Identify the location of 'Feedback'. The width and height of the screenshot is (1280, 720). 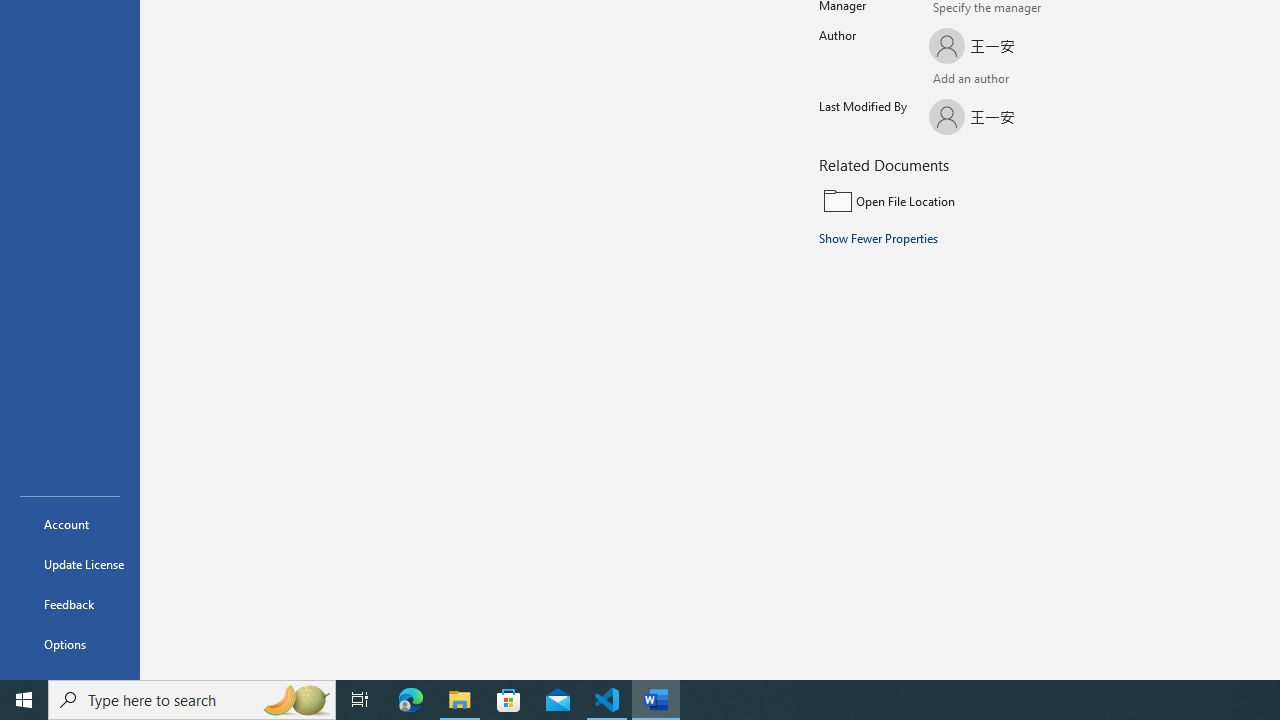
(69, 603).